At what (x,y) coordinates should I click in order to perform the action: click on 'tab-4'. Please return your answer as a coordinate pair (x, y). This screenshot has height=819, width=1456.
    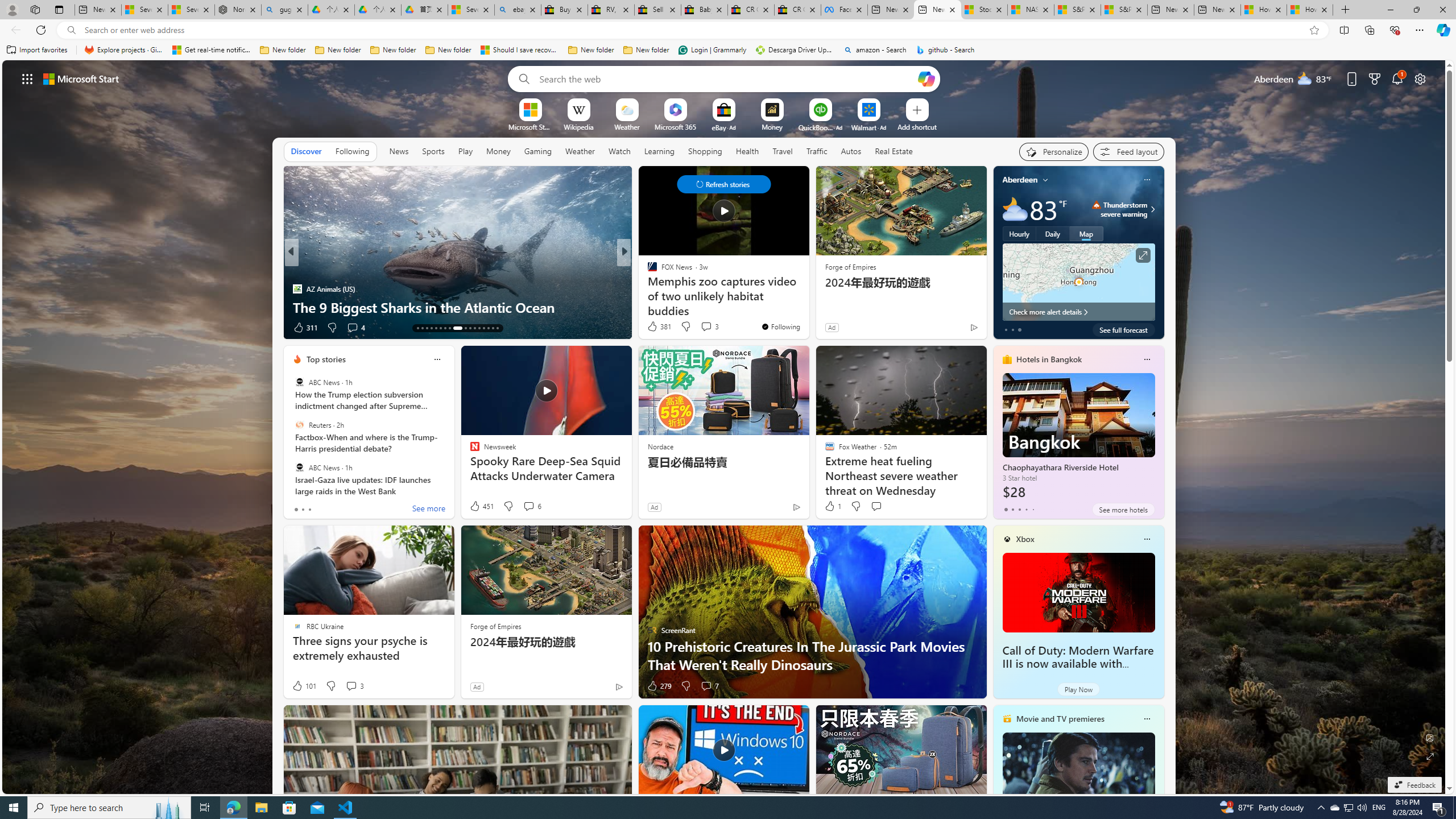
    Looking at the image, I should click on (1032, 509).